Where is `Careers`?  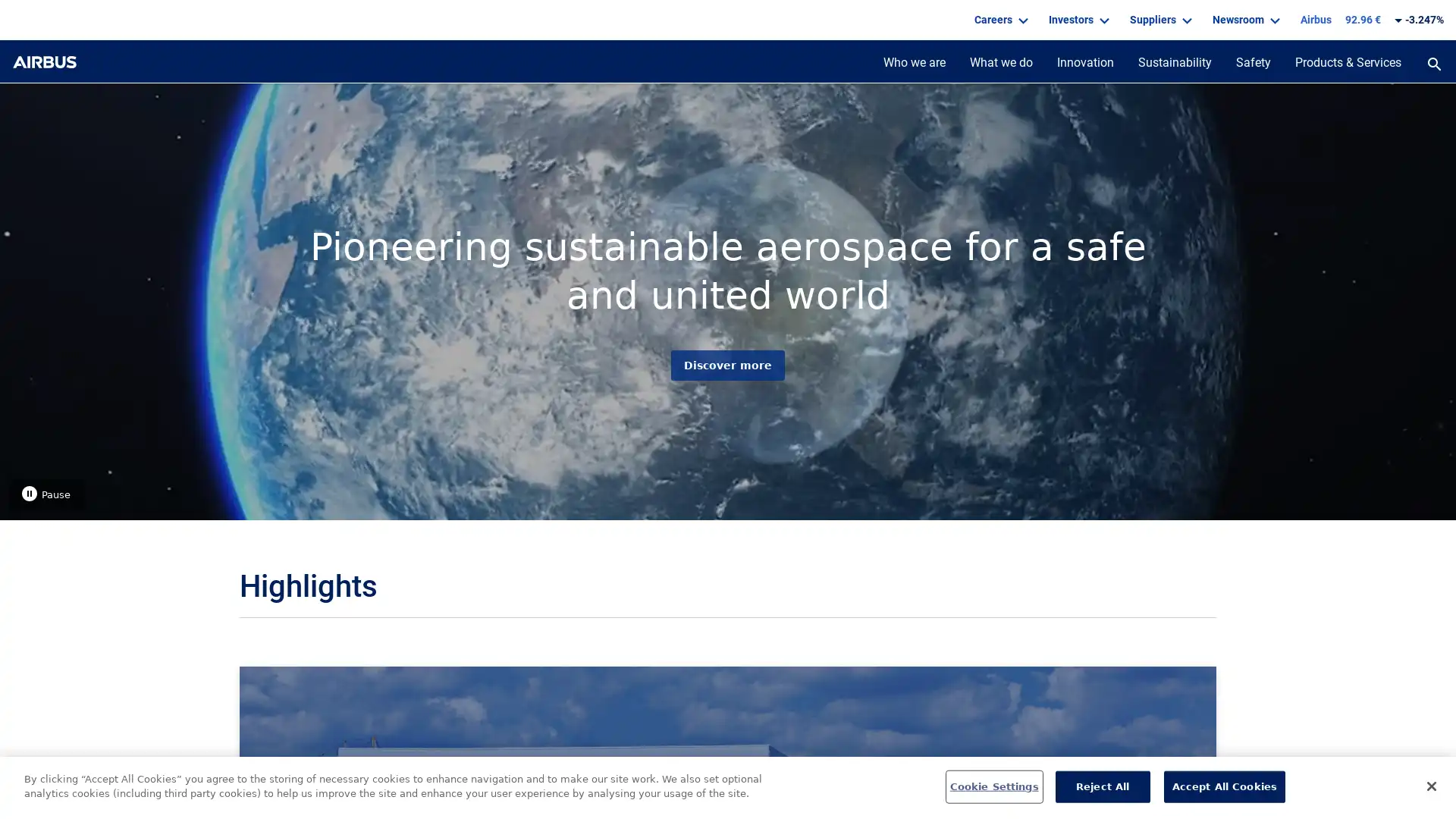
Careers is located at coordinates (999, 20).